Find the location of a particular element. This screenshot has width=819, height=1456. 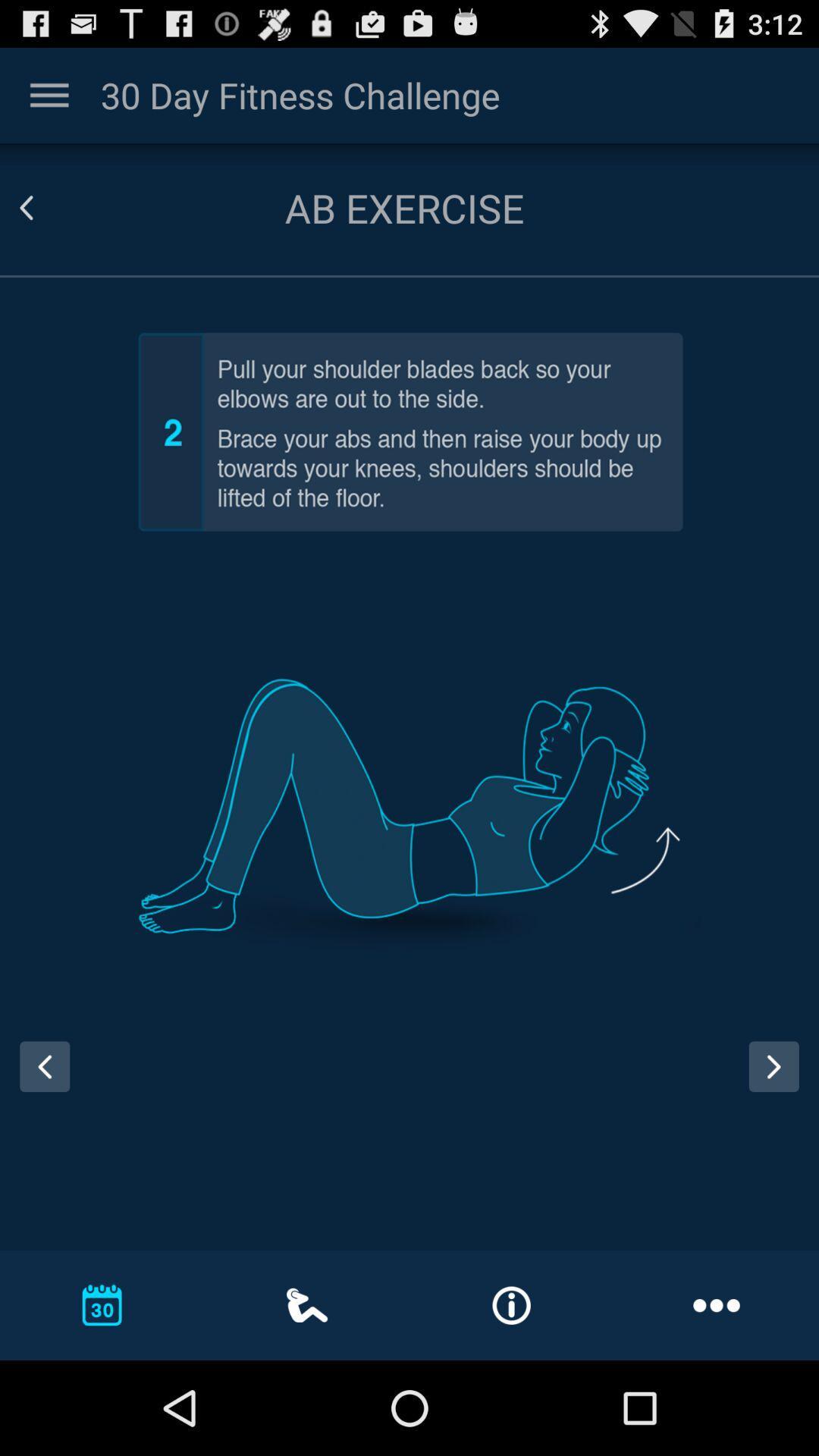

the arrow_backward icon is located at coordinates (44, 1141).